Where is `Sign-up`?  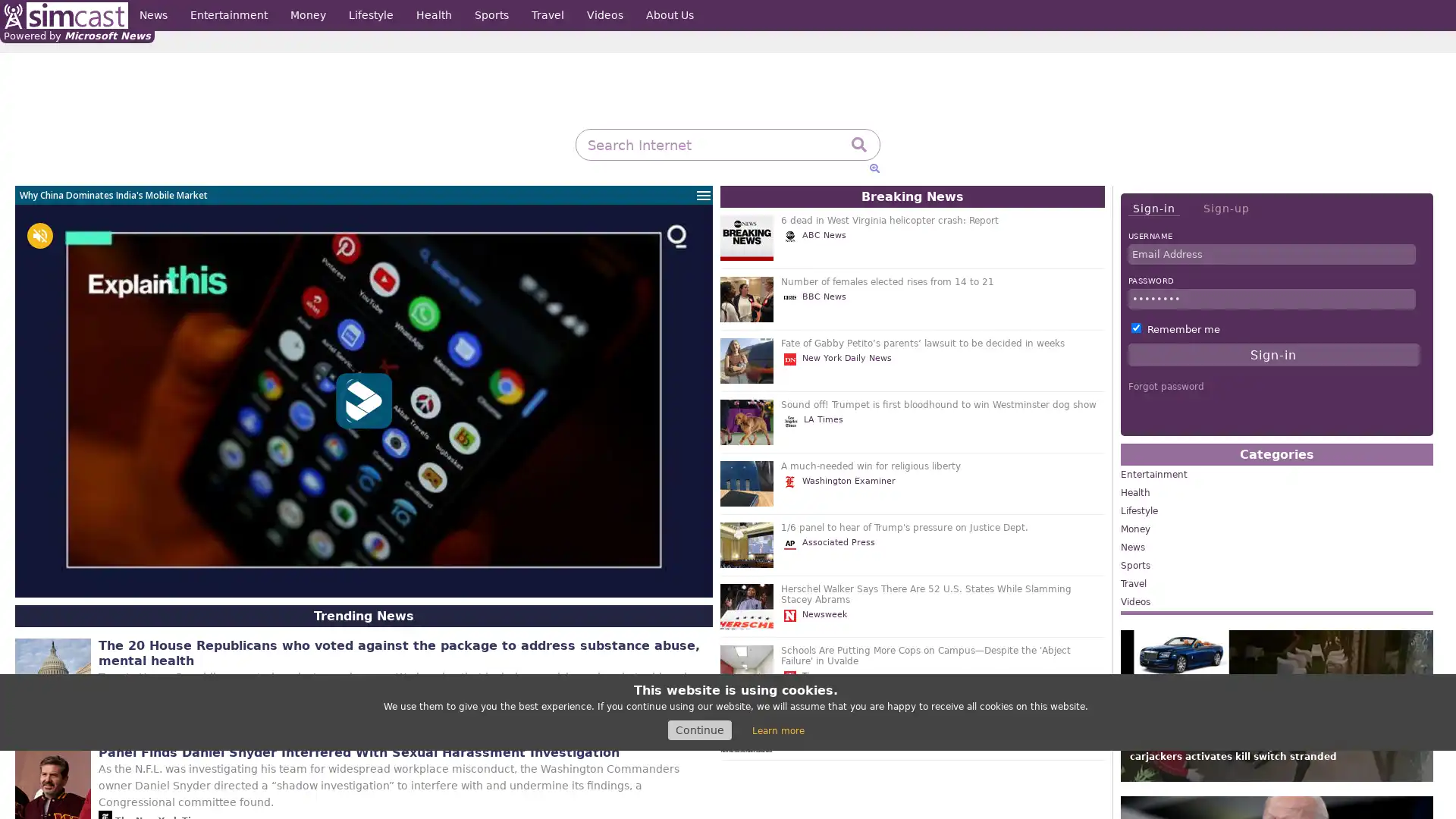
Sign-up is located at coordinates (1225, 208).